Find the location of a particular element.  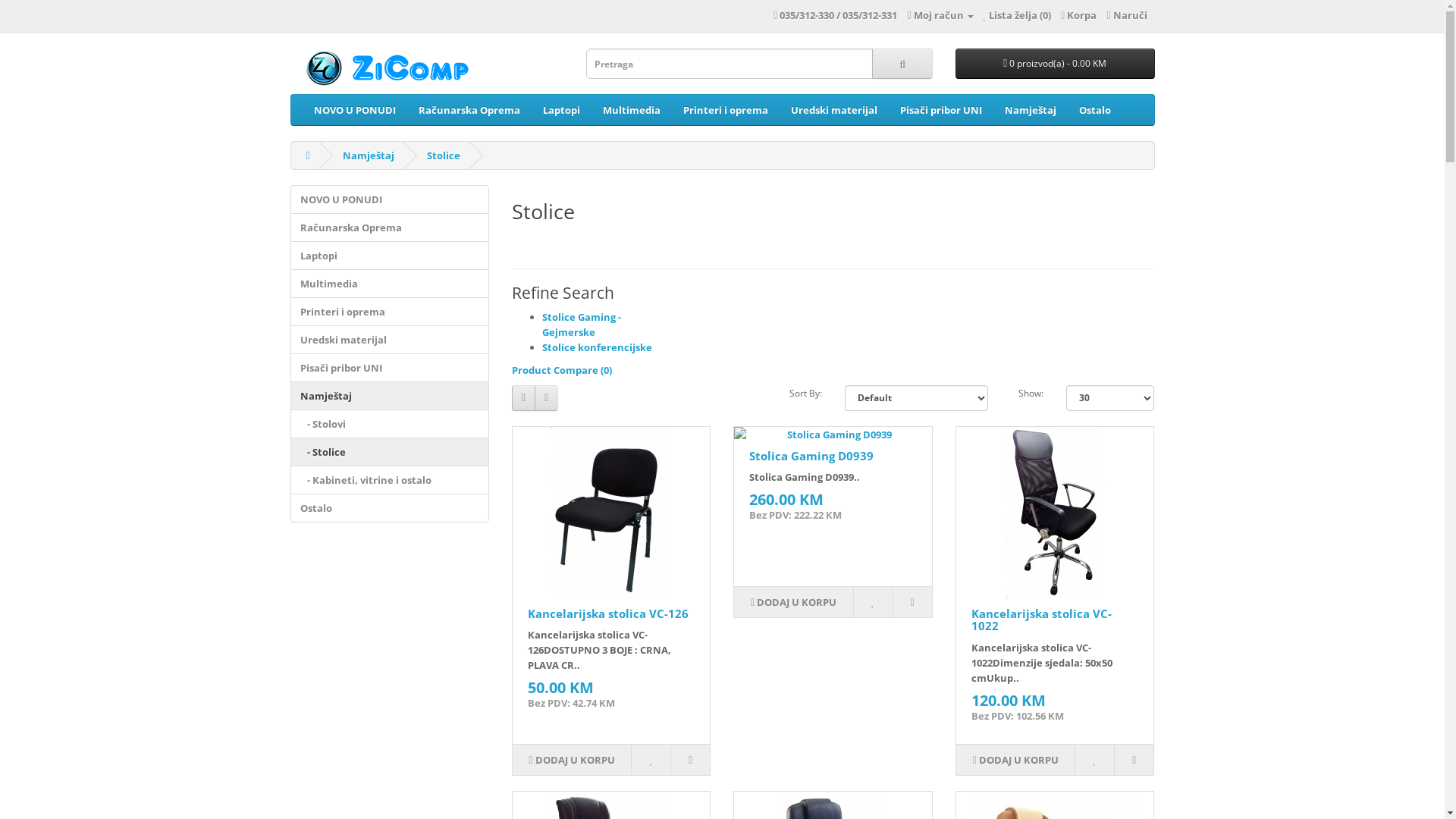

'Kancelarijska stolica VC-1022' is located at coordinates (971, 620).